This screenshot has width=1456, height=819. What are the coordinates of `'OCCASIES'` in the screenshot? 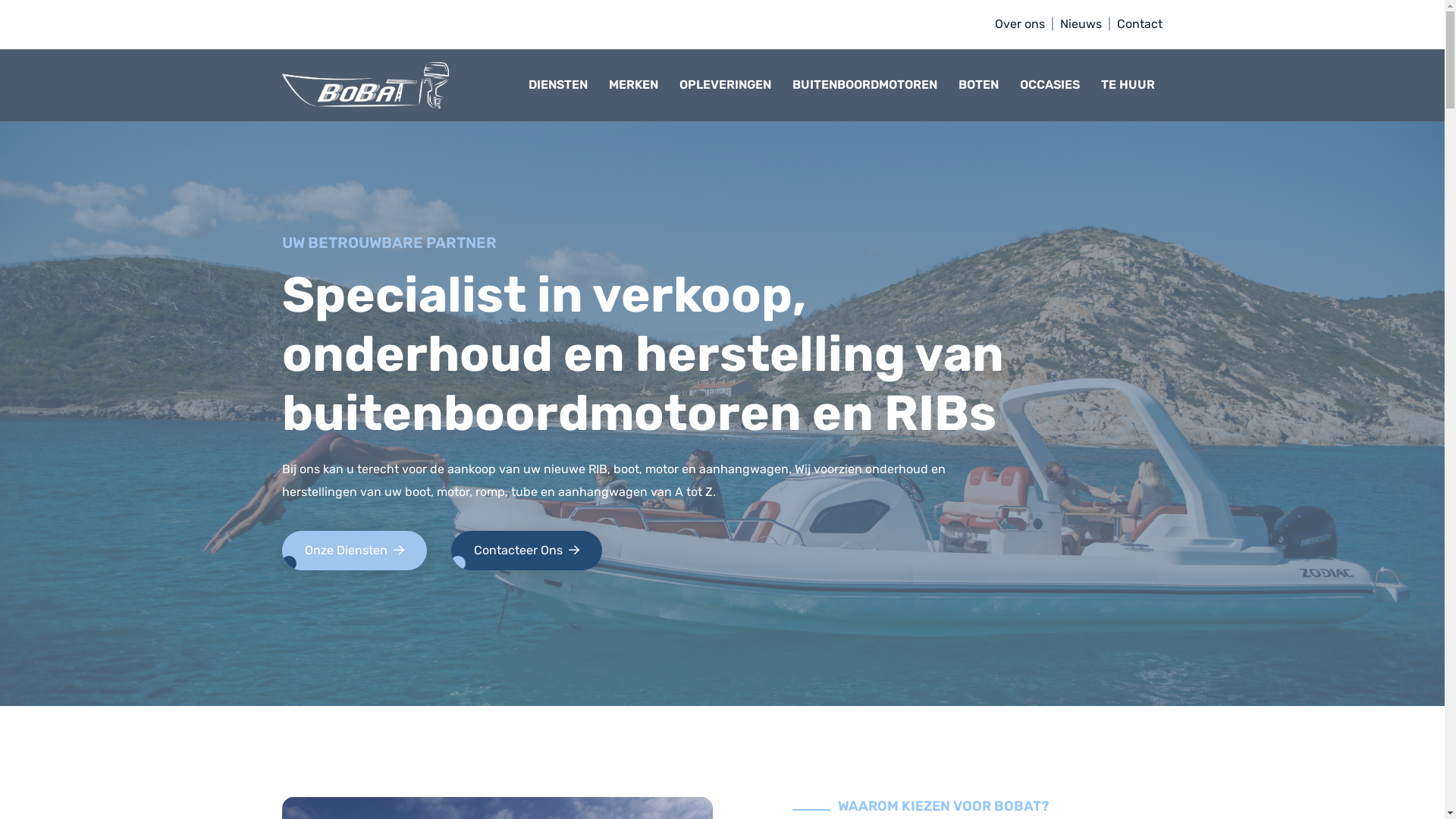 It's located at (1053, 85).